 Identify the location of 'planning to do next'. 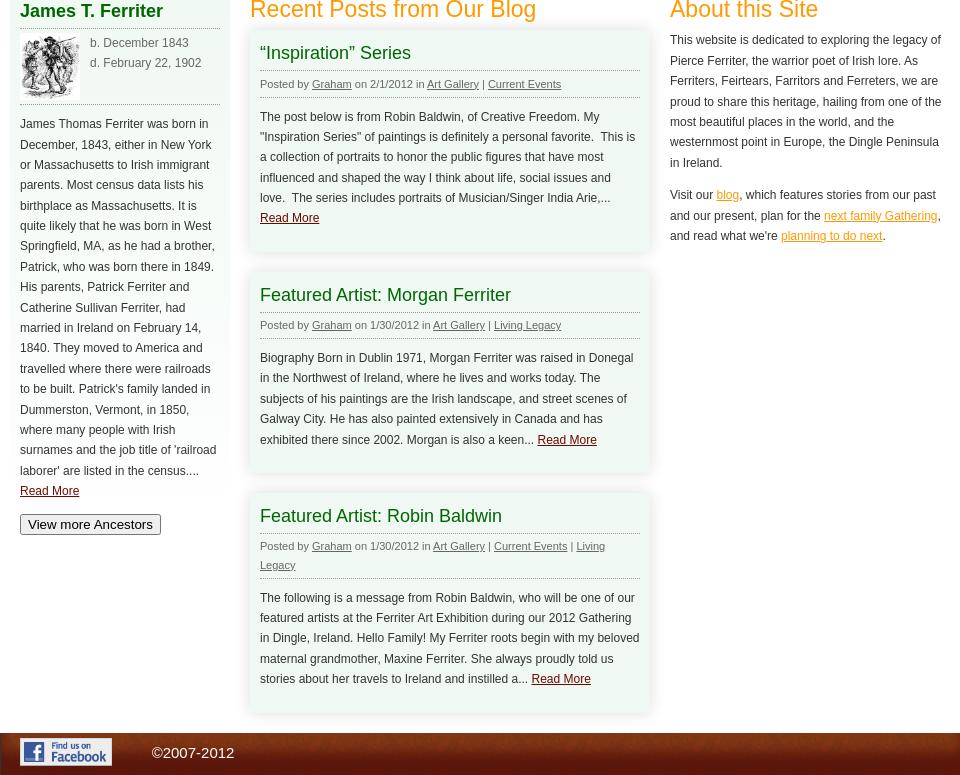
(831, 233).